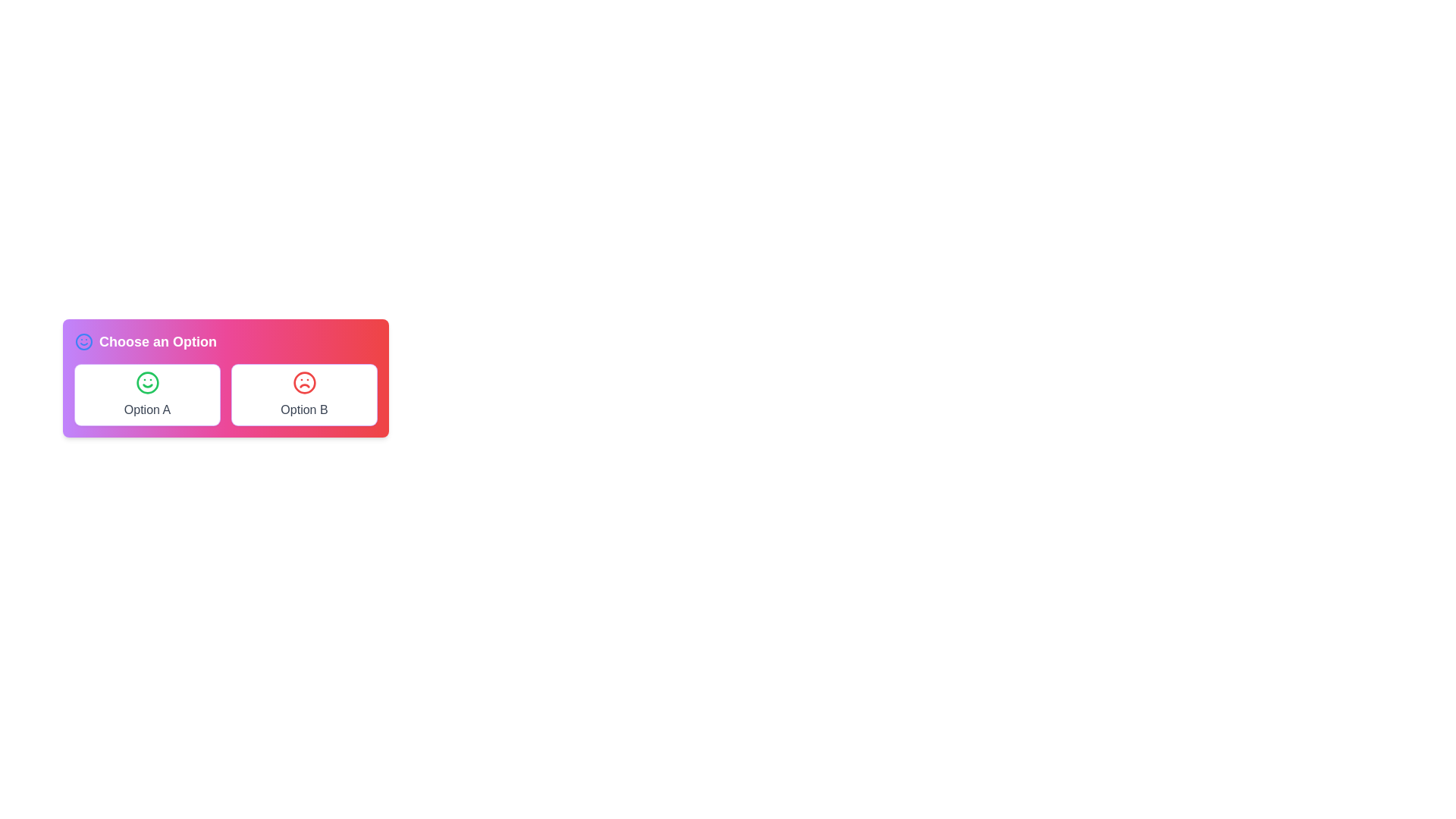  What do you see at coordinates (147, 394) in the screenshot?
I see `the first button labeled 'Option A' with a smiley face icon in a two-column grid layout below the title 'Choose an Option'` at bounding box center [147, 394].